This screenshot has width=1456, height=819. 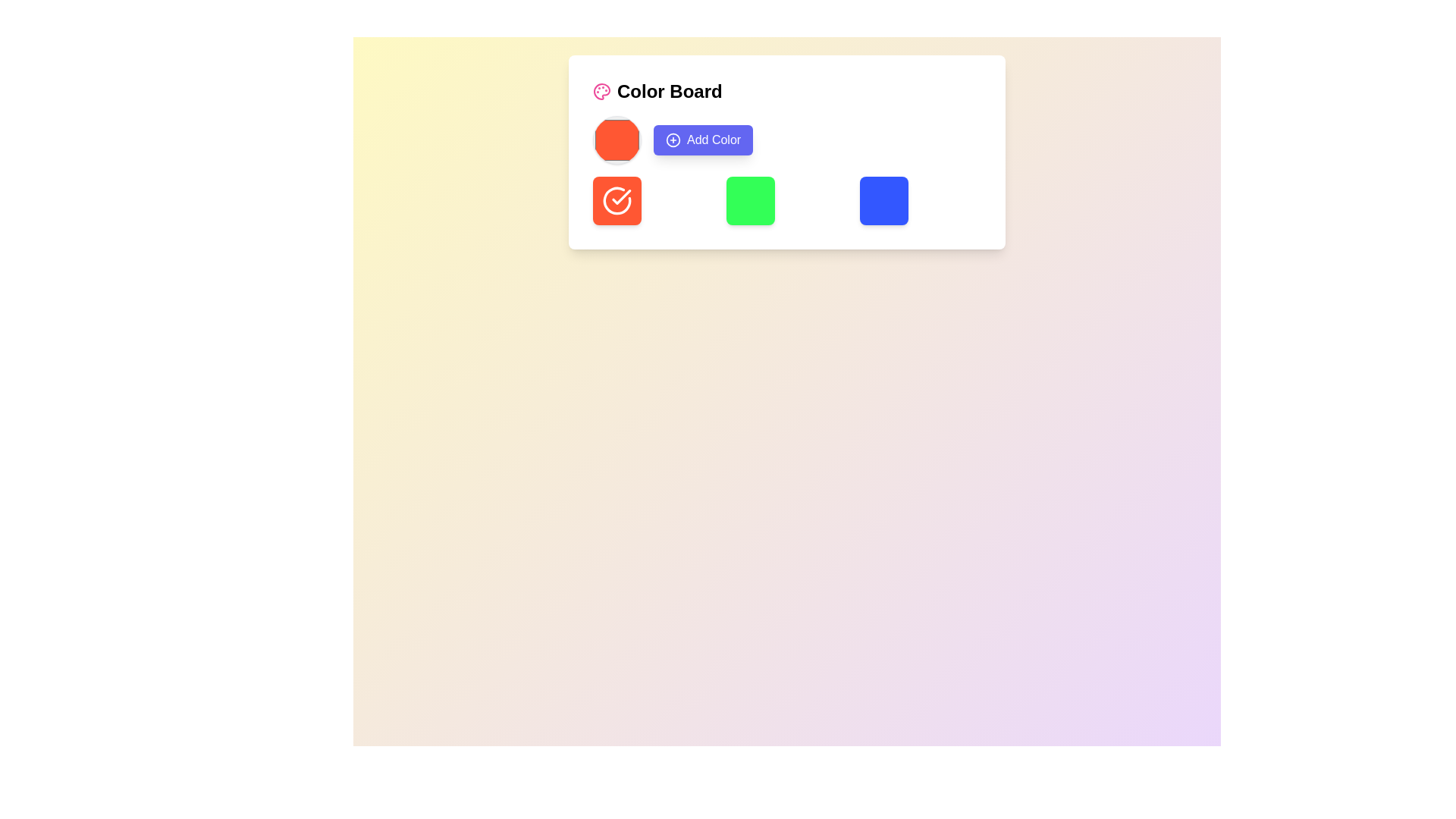 What do you see at coordinates (617, 200) in the screenshot?
I see `the first button in the second row of a 3x2 grid layout, located underneath a red octagonal button` at bounding box center [617, 200].